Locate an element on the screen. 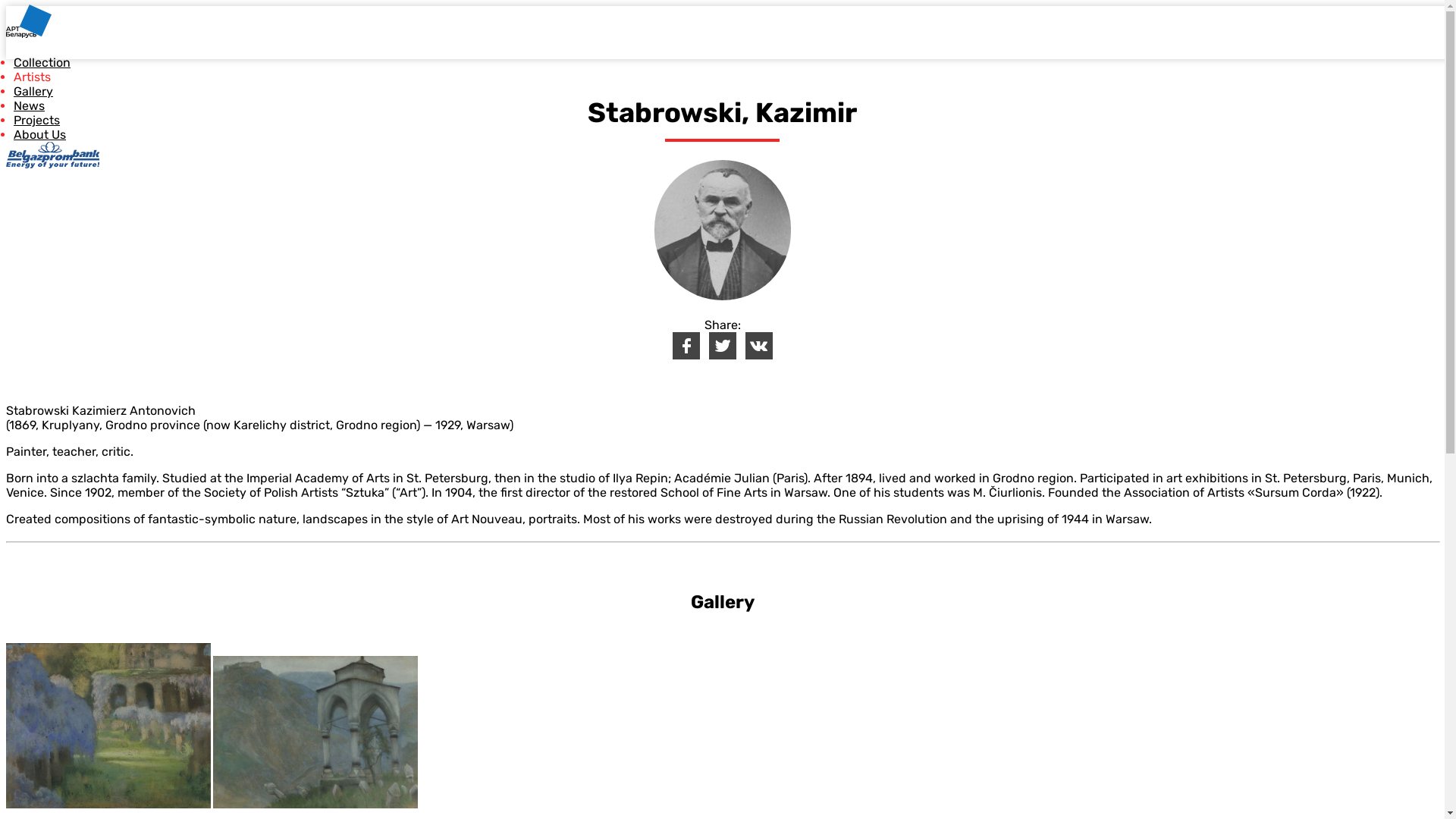  'Gallery' is located at coordinates (33, 91).